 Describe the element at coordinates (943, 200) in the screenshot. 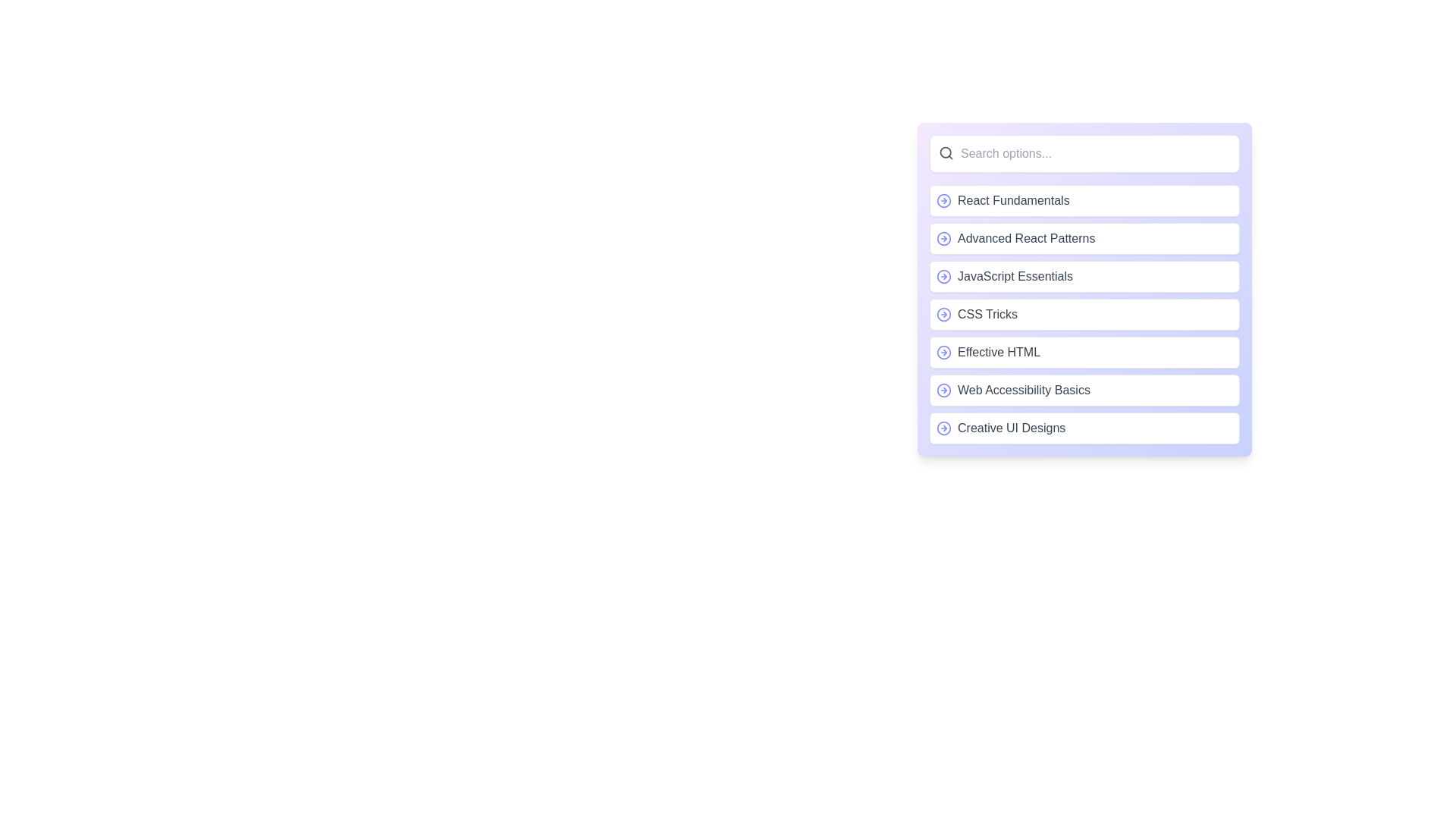

I see `the Graphical Icon Component that visually enhances the menu option for 'React Fundamentals' by moving the cursor to its location` at that location.